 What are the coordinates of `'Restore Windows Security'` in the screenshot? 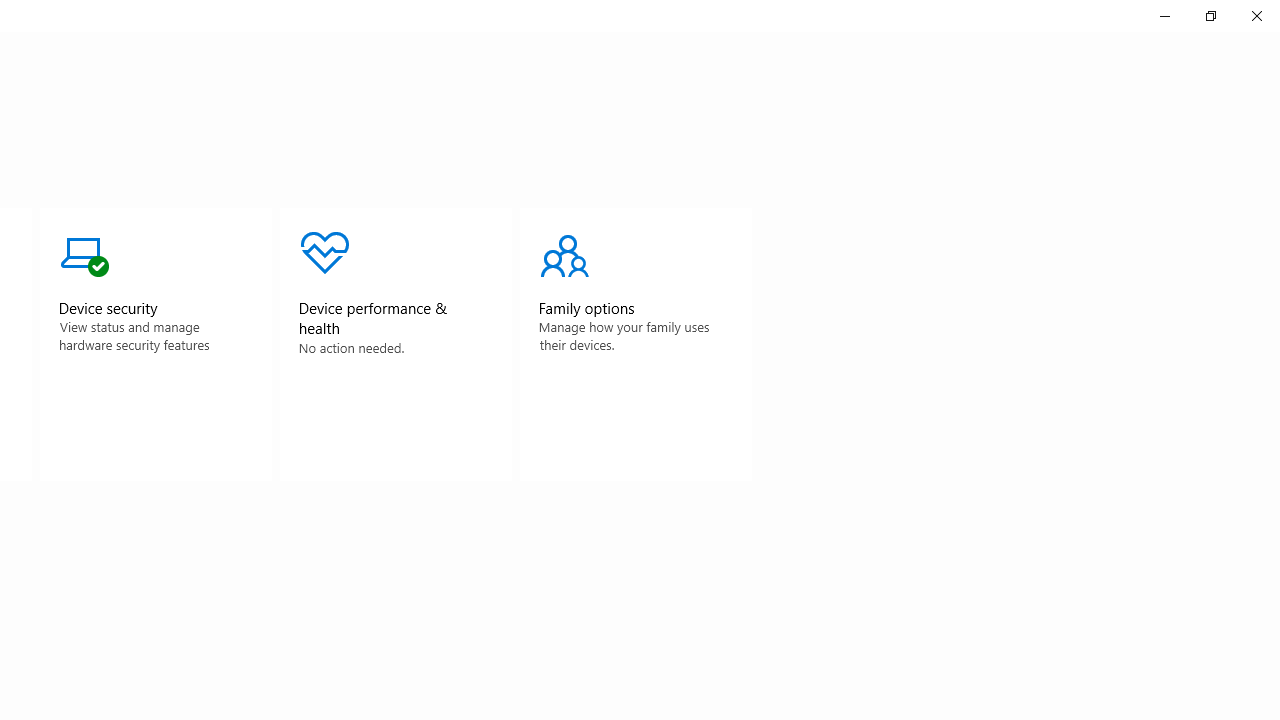 It's located at (1209, 15).